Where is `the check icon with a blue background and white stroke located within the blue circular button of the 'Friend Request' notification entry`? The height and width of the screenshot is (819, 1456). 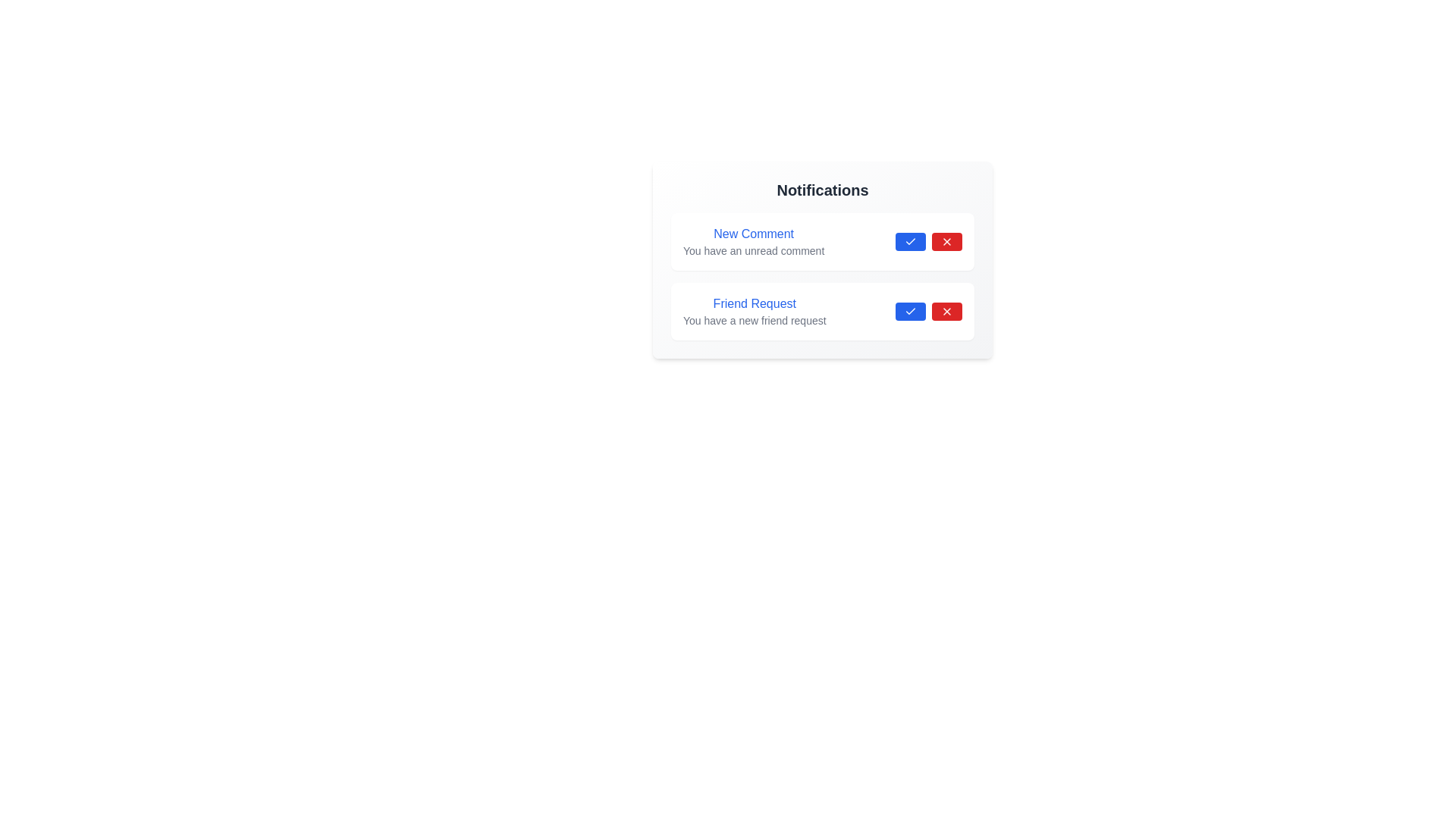 the check icon with a blue background and white stroke located within the blue circular button of the 'Friend Request' notification entry is located at coordinates (910, 311).